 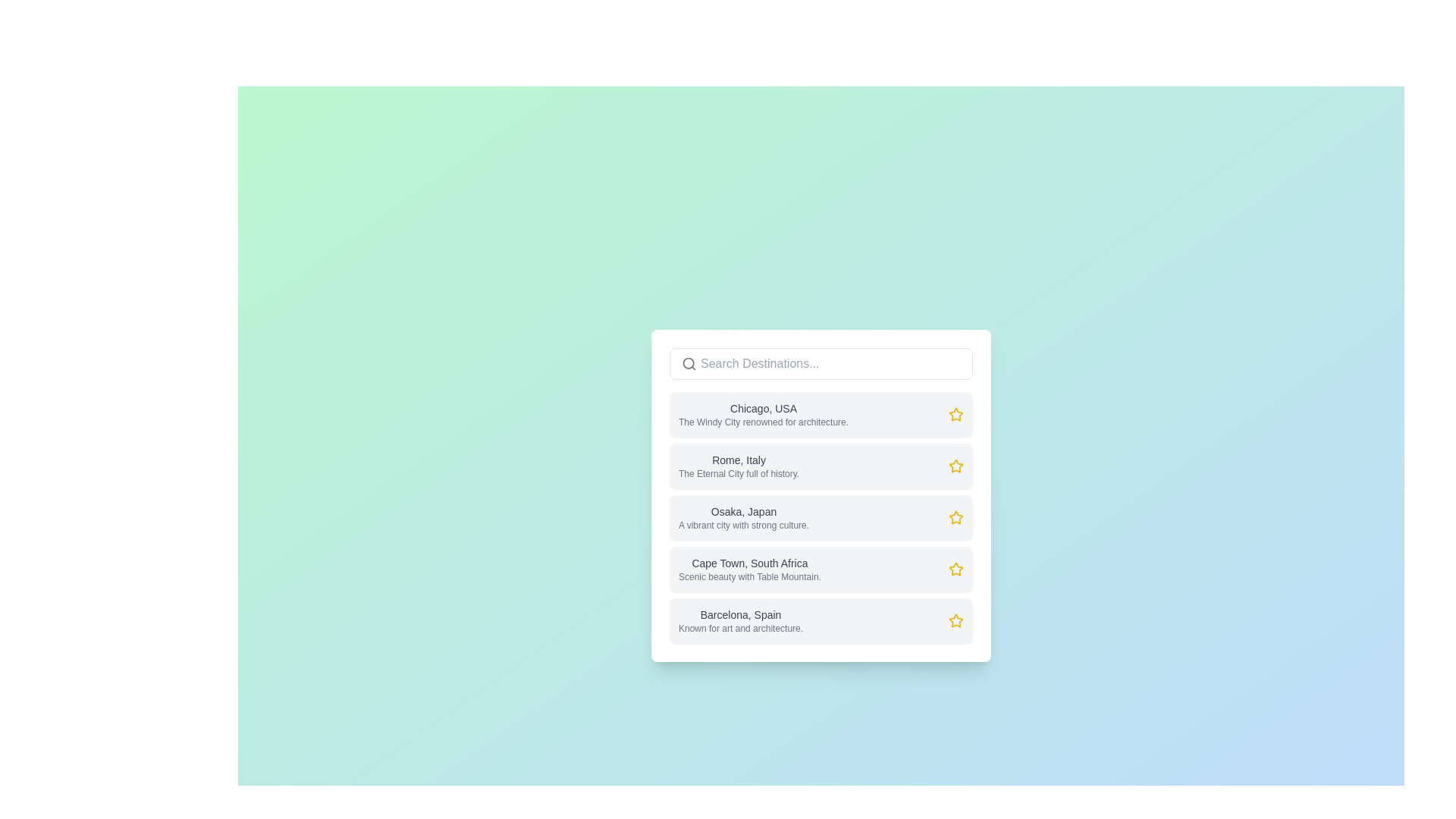 What do you see at coordinates (739, 465) in the screenshot?
I see `text block that represents the destination 'Rome, Italy', which is positioned below 'Chicago, USA' and above 'Osaka, Japan'` at bounding box center [739, 465].